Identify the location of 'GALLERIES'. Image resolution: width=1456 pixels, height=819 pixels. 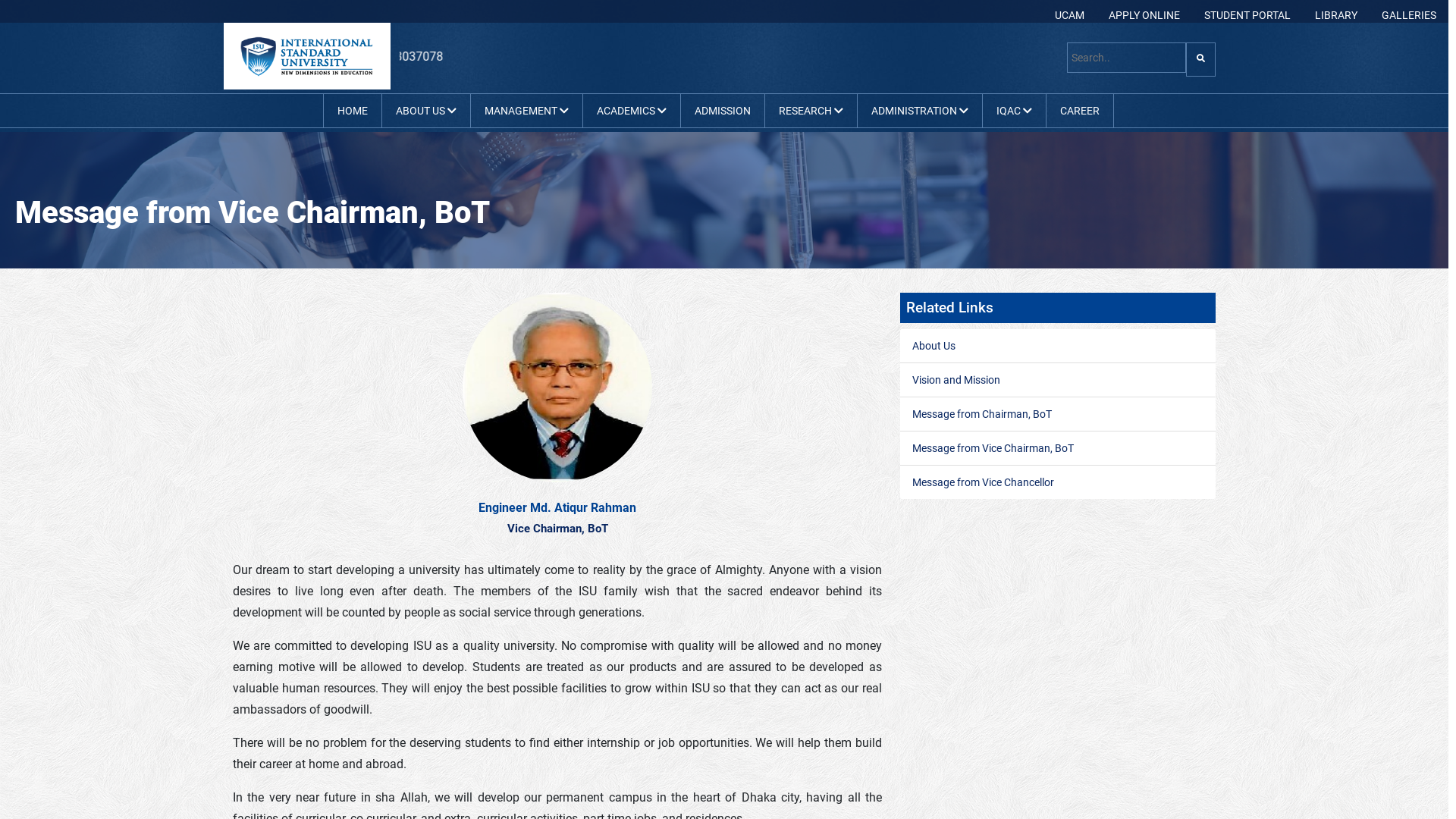
(1407, 14).